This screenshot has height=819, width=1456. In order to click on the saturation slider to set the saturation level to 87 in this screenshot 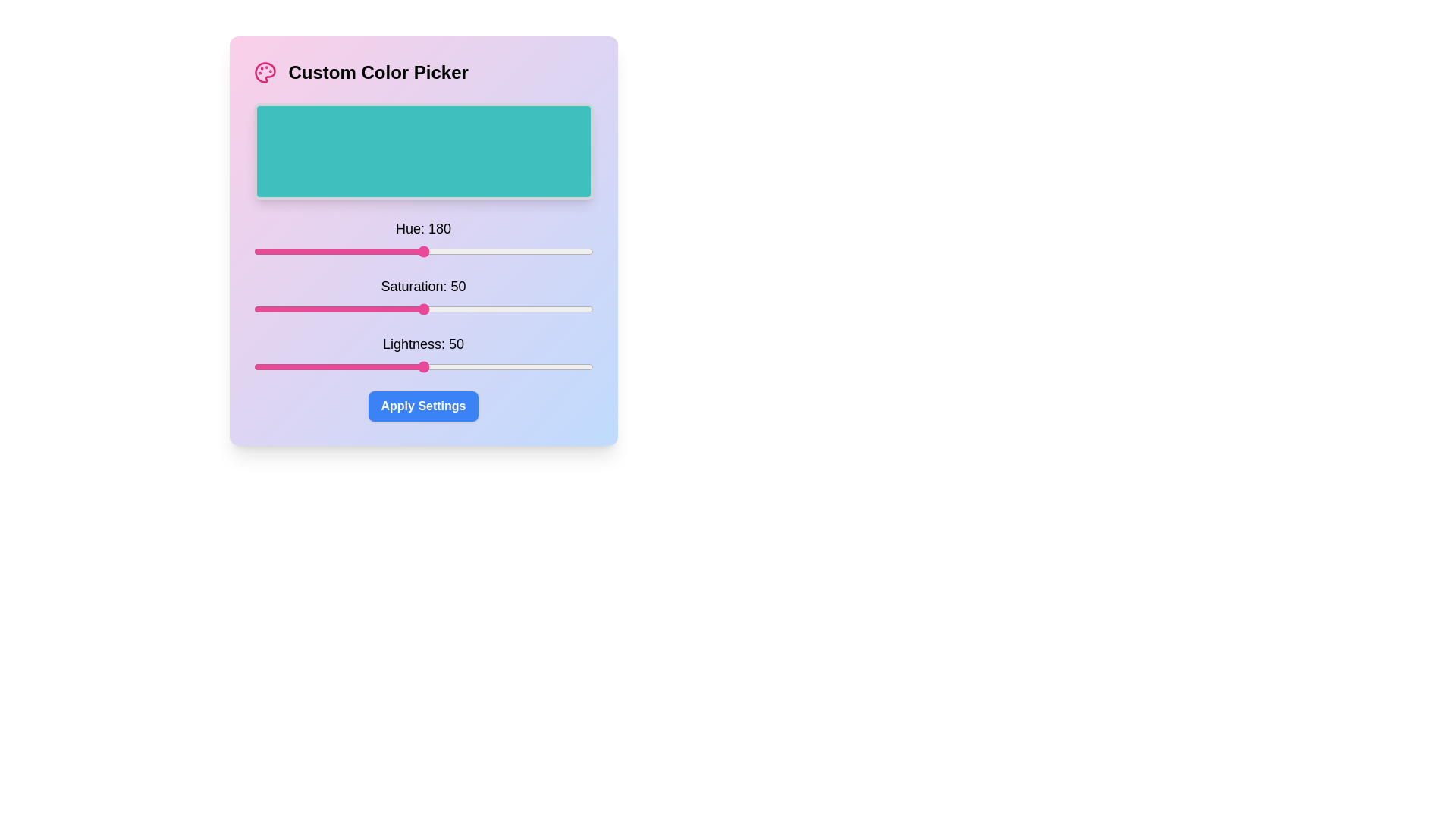, I will do `click(548, 309)`.